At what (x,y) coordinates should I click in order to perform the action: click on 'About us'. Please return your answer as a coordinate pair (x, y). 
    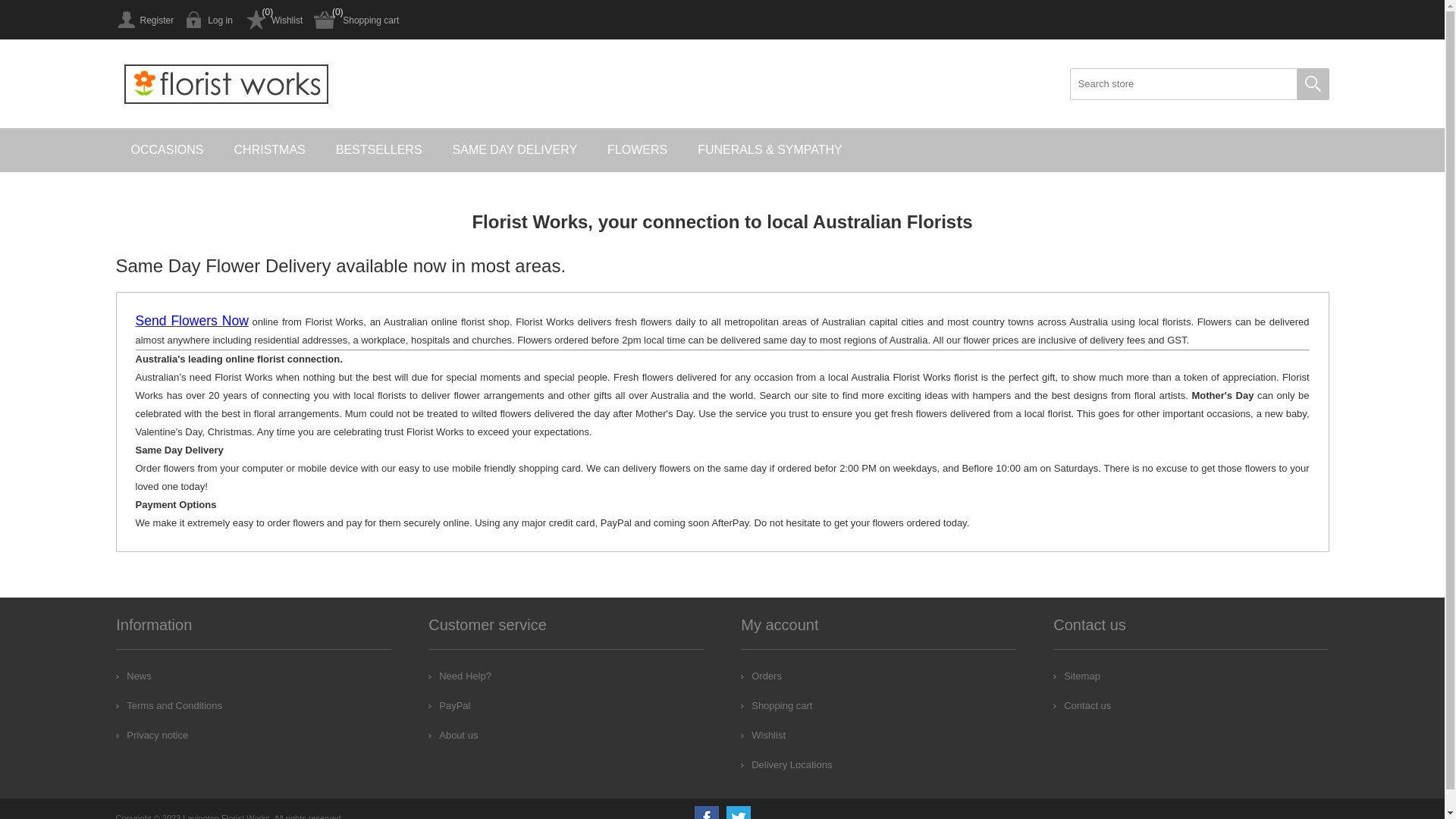
    Looking at the image, I should click on (452, 734).